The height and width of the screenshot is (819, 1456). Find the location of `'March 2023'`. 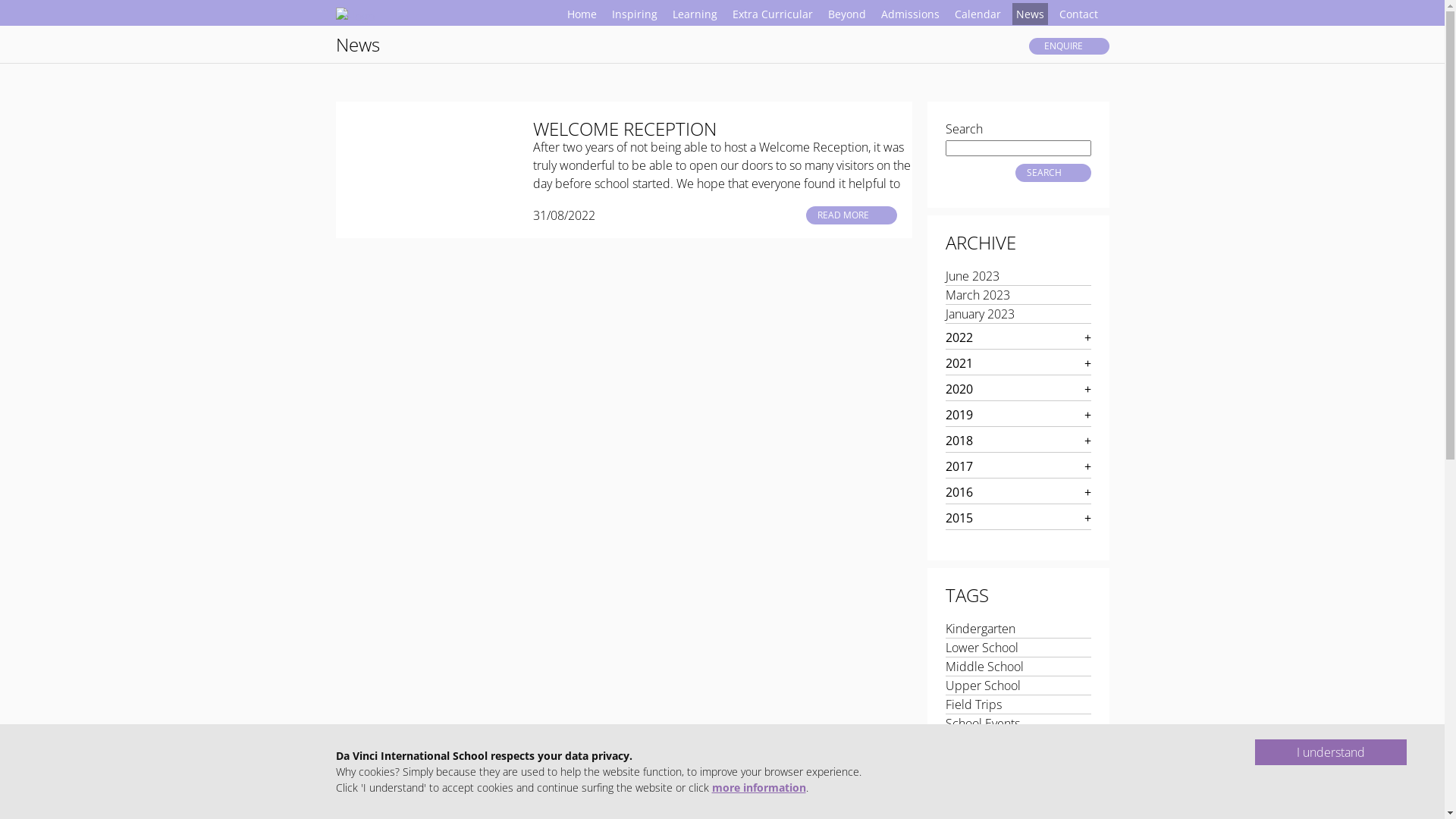

'March 2023' is located at coordinates (977, 295).